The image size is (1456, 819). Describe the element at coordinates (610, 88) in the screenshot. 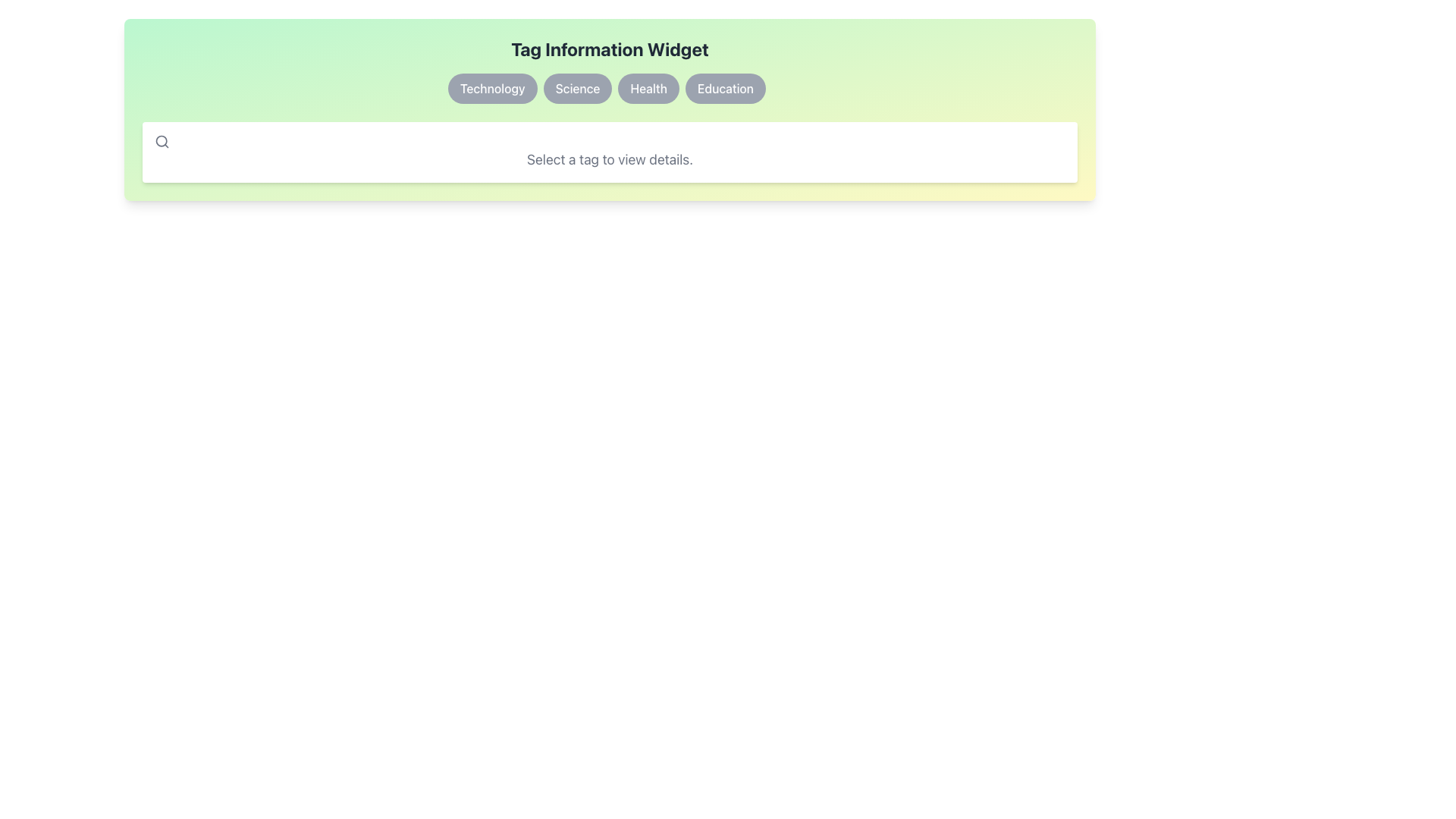

I see `the 'Science' tag button, which is part of a group of interactive tag buttons with grey background and white text, located below the header 'Tag Information Widget'` at that location.